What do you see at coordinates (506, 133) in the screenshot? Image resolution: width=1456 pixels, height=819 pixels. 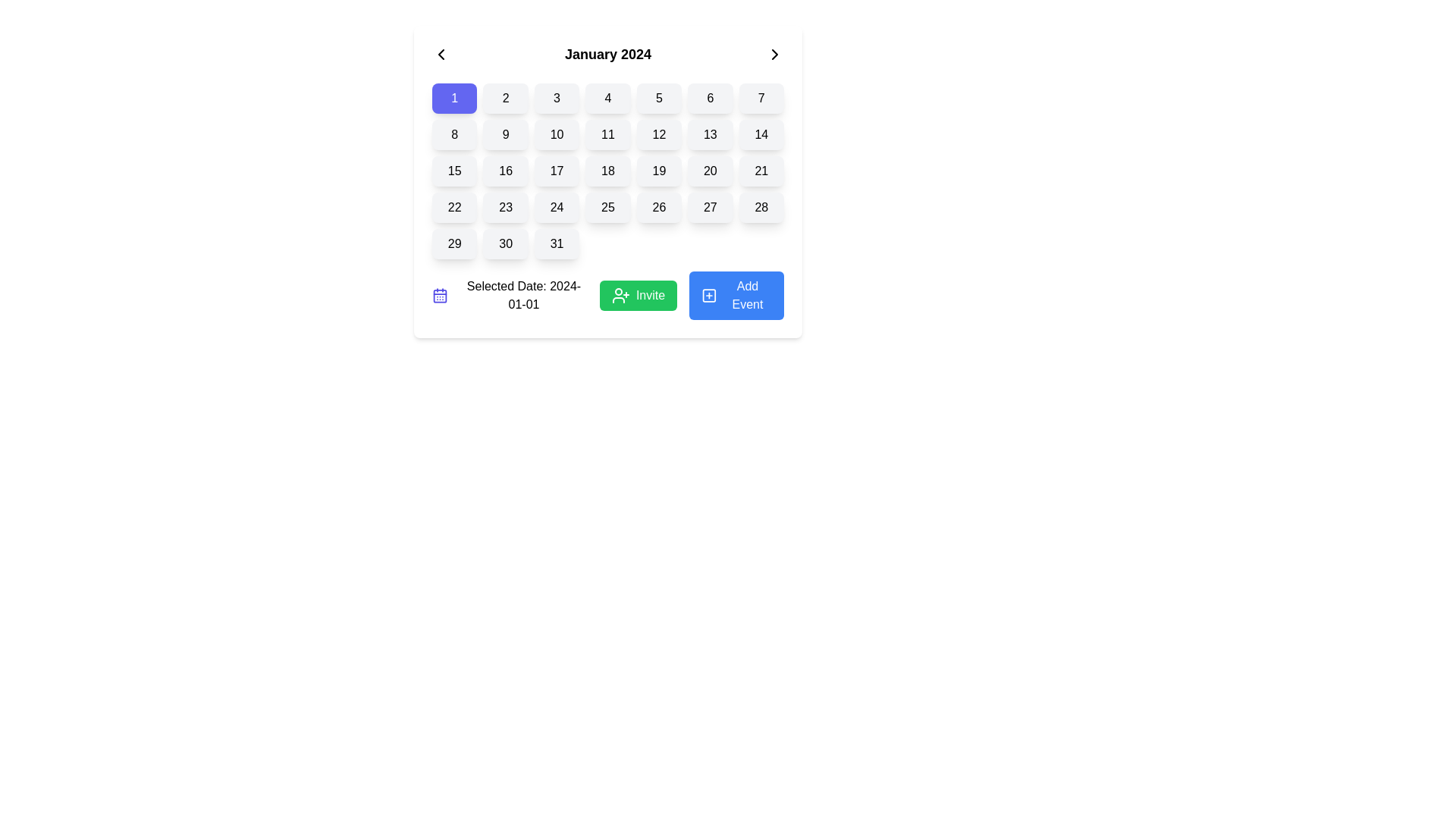 I see `the visual representation of the calendar day '9' located in the second row and second column of the calendar grid layout` at bounding box center [506, 133].